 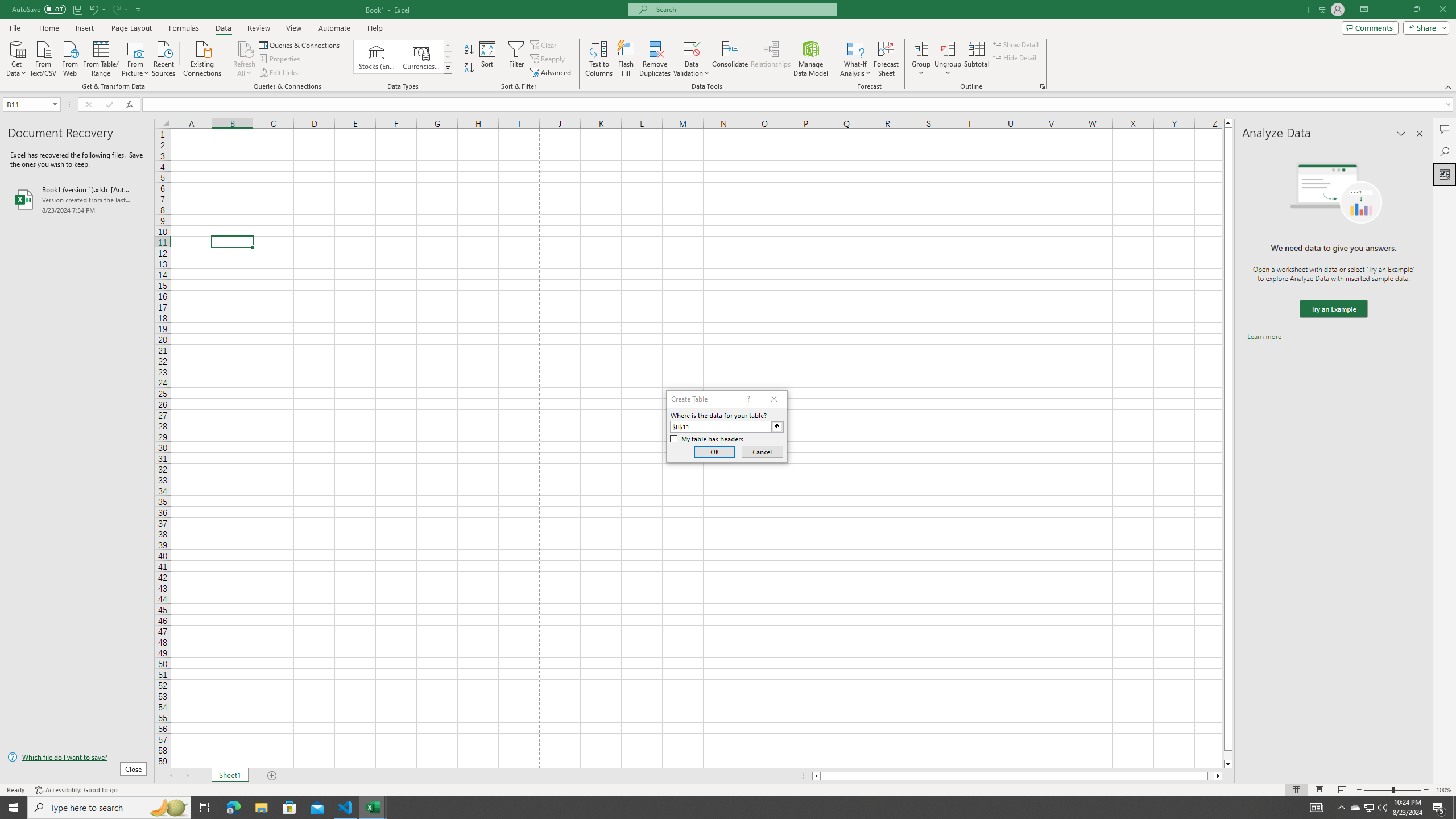 What do you see at coordinates (244, 59) in the screenshot?
I see `'Refresh All'` at bounding box center [244, 59].